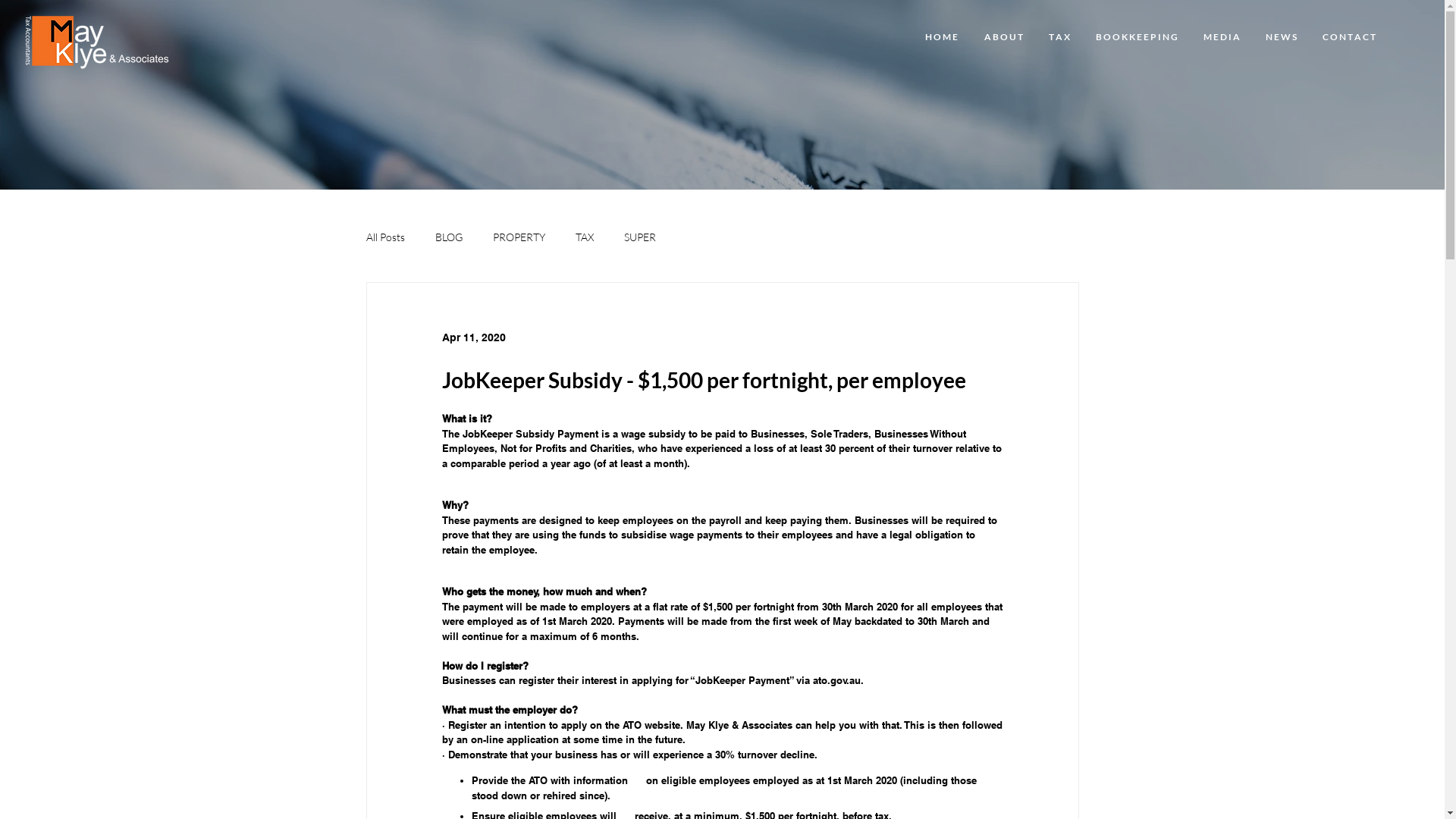 The image size is (1456, 819). What do you see at coordinates (582, 237) in the screenshot?
I see `'TAX'` at bounding box center [582, 237].